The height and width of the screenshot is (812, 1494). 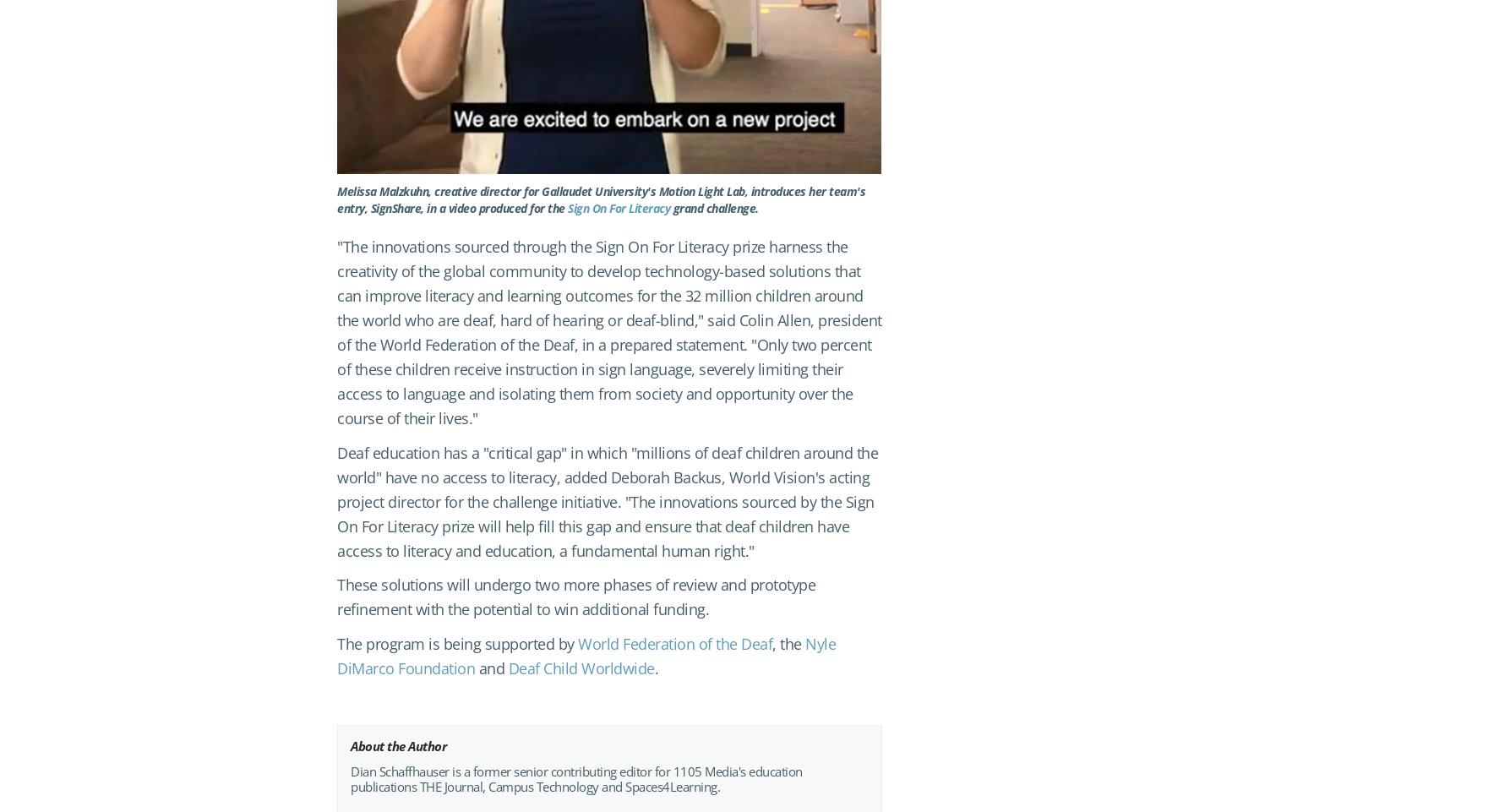 I want to click on 'Nyle DiMarco Foundation', so click(x=586, y=654).